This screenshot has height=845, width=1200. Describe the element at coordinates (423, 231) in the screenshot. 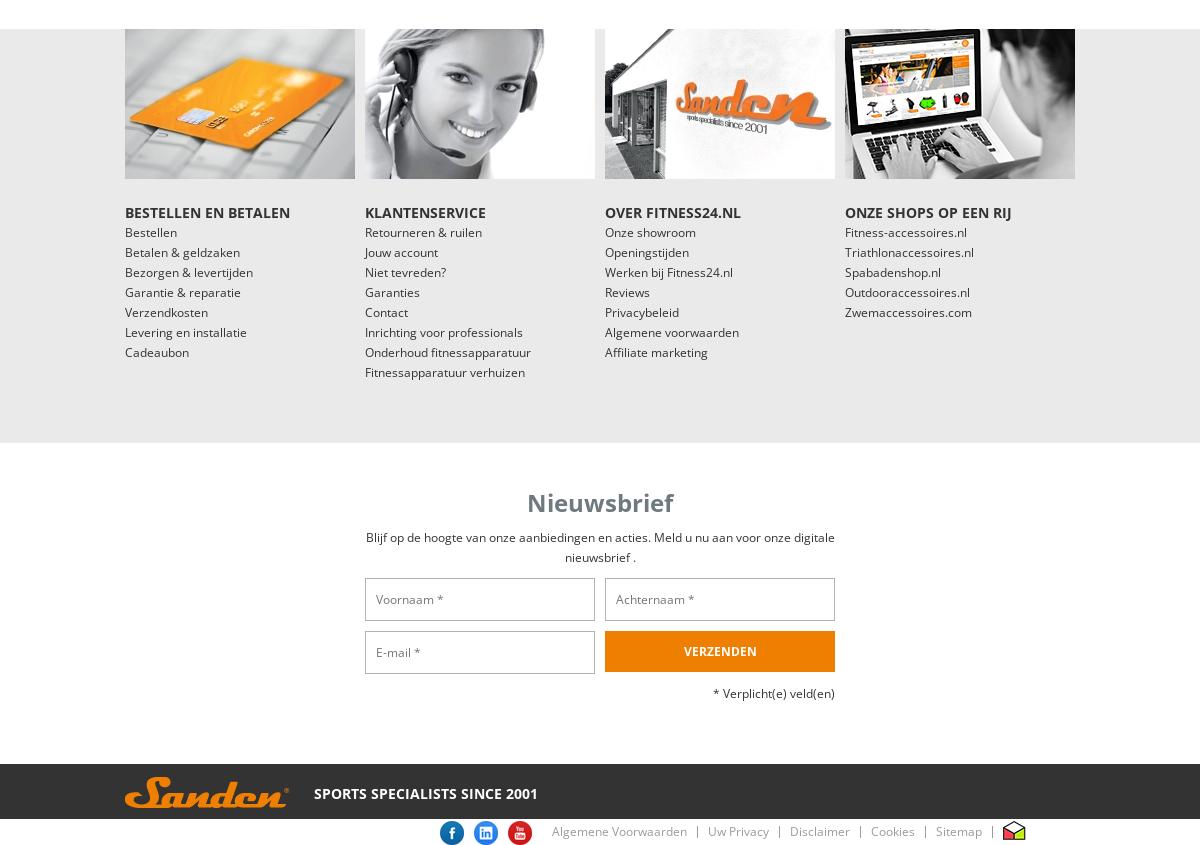

I see `'Retourneren & ruilen'` at that location.